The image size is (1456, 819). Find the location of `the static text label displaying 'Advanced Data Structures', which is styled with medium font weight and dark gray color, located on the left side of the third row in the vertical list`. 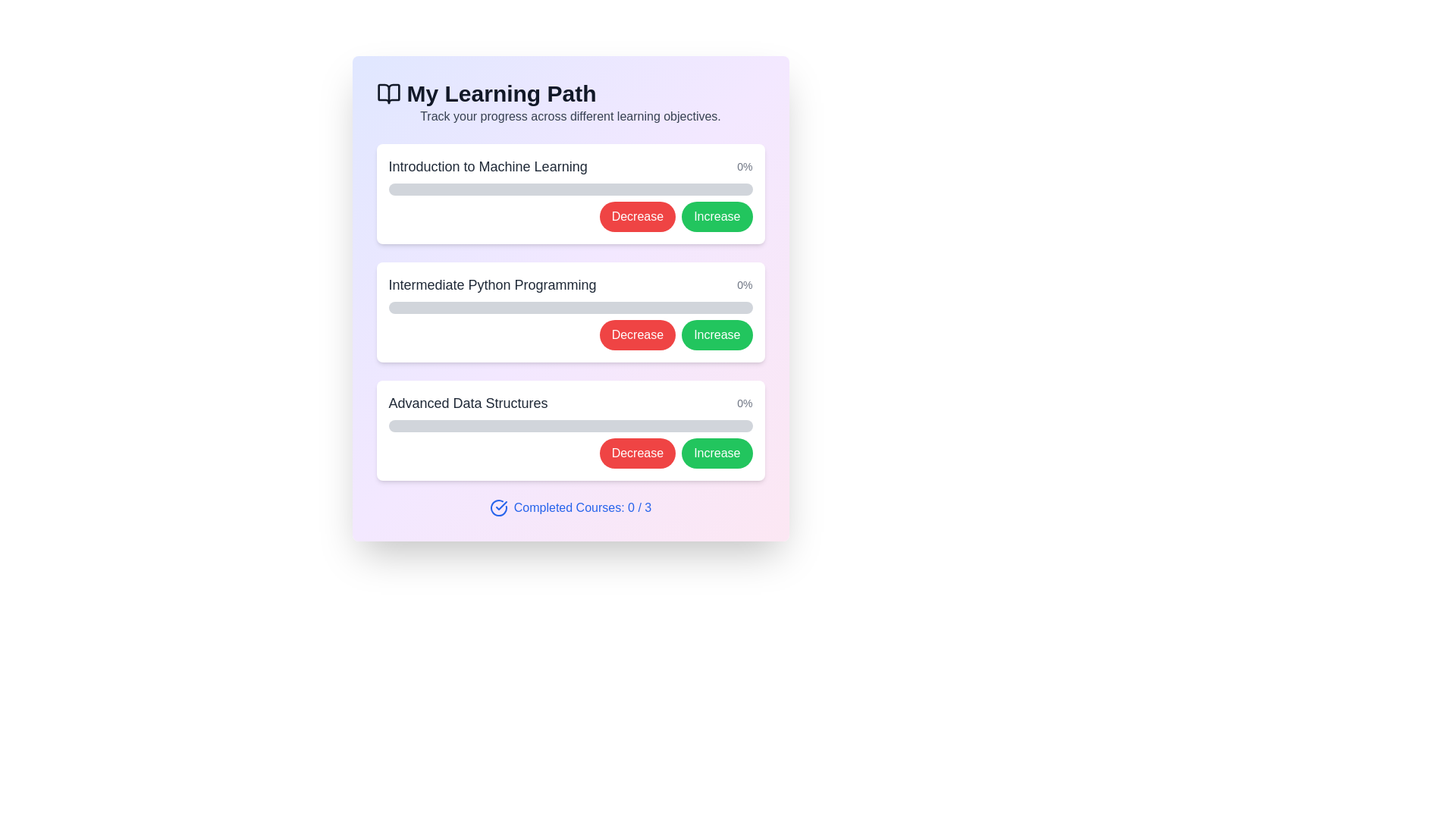

the static text label displaying 'Advanced Data Structures', which is styled with medium font weight and dark gray color, located on the left side of the third row in the vertical list is located at coordinates (467, 403).